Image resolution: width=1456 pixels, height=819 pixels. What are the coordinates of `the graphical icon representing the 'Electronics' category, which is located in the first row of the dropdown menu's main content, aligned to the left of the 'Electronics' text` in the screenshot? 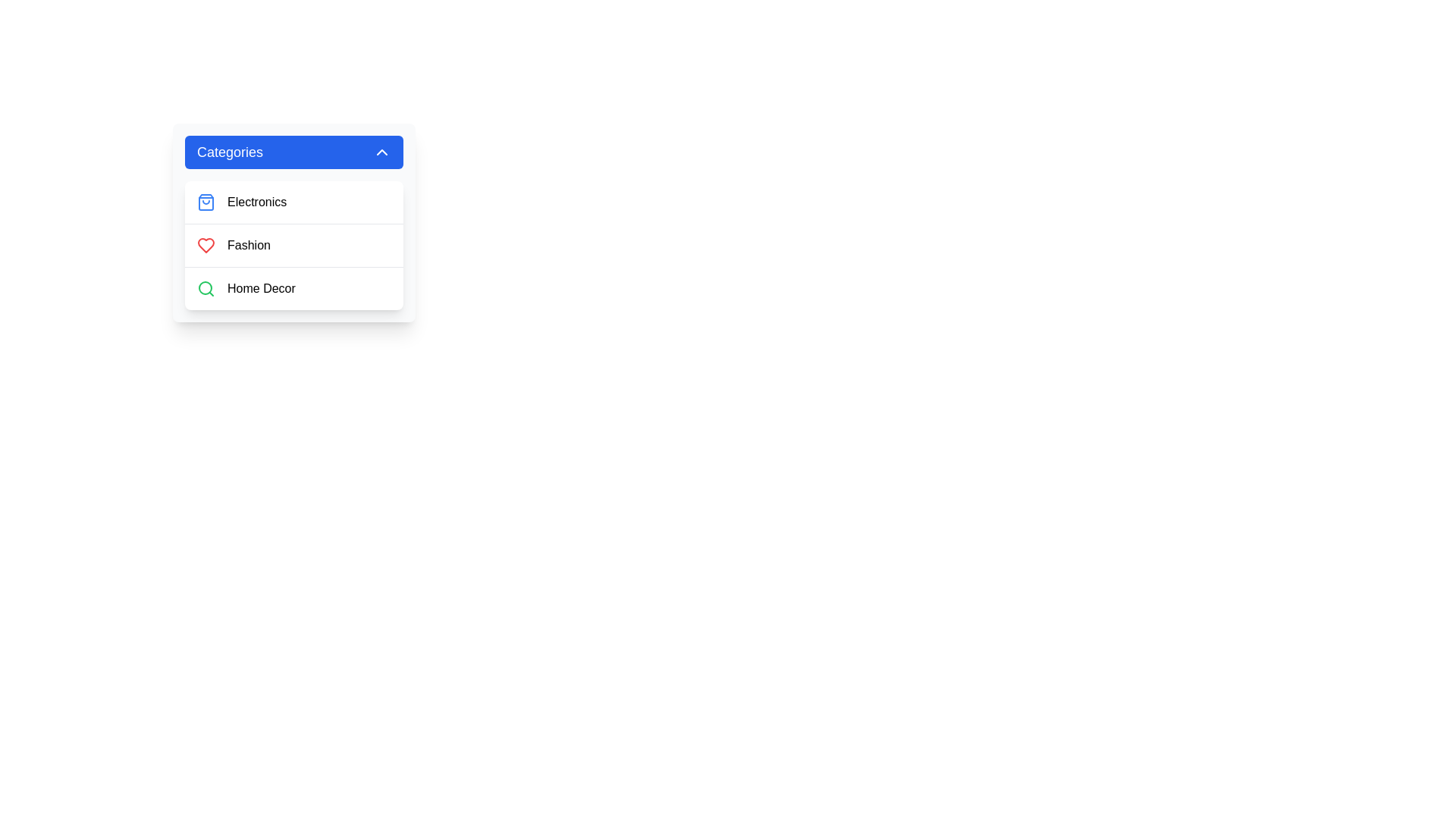 It's located at (206, 201).